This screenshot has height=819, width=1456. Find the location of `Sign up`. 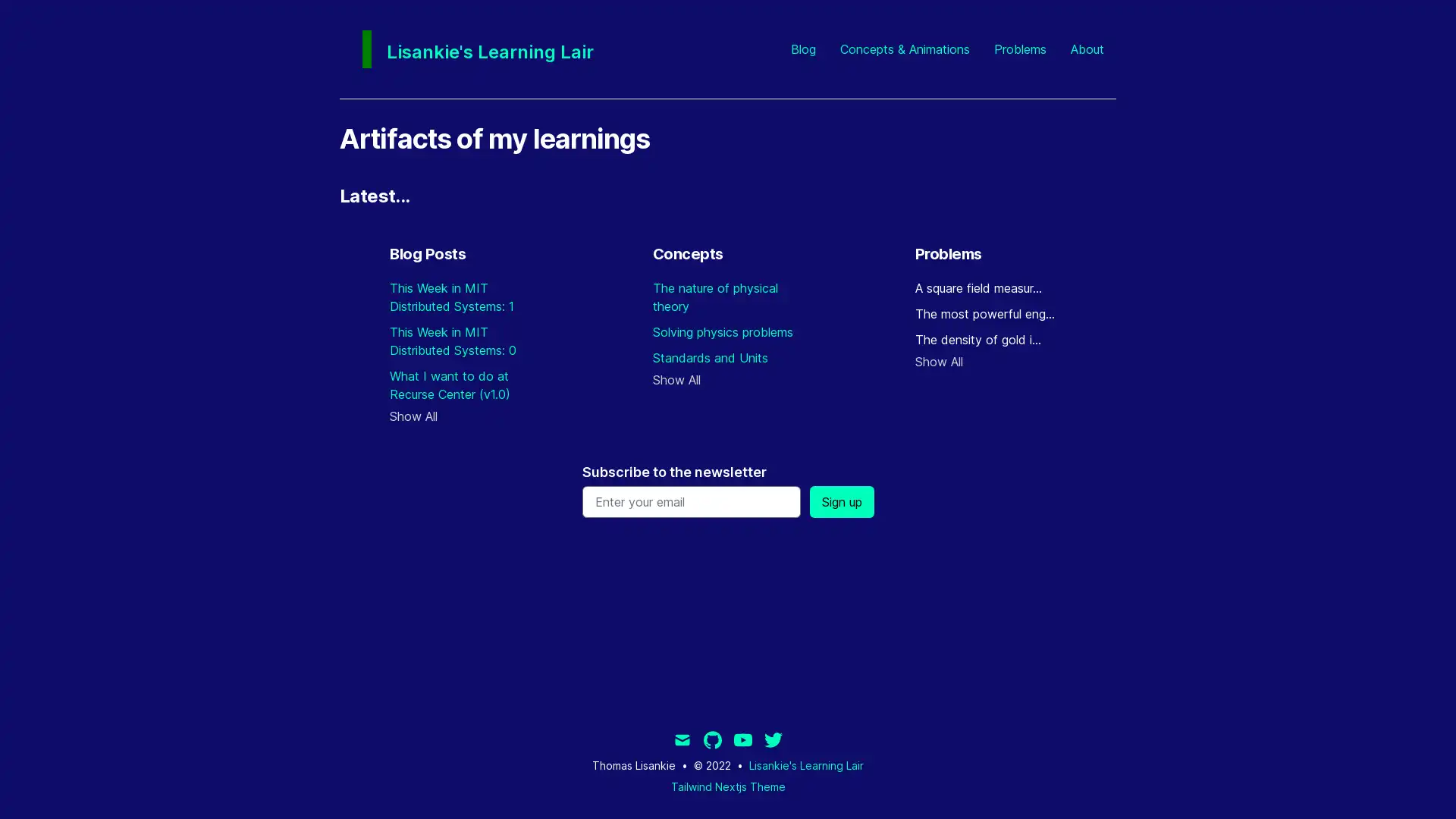

Sign up is located at coordinates (840, 502).